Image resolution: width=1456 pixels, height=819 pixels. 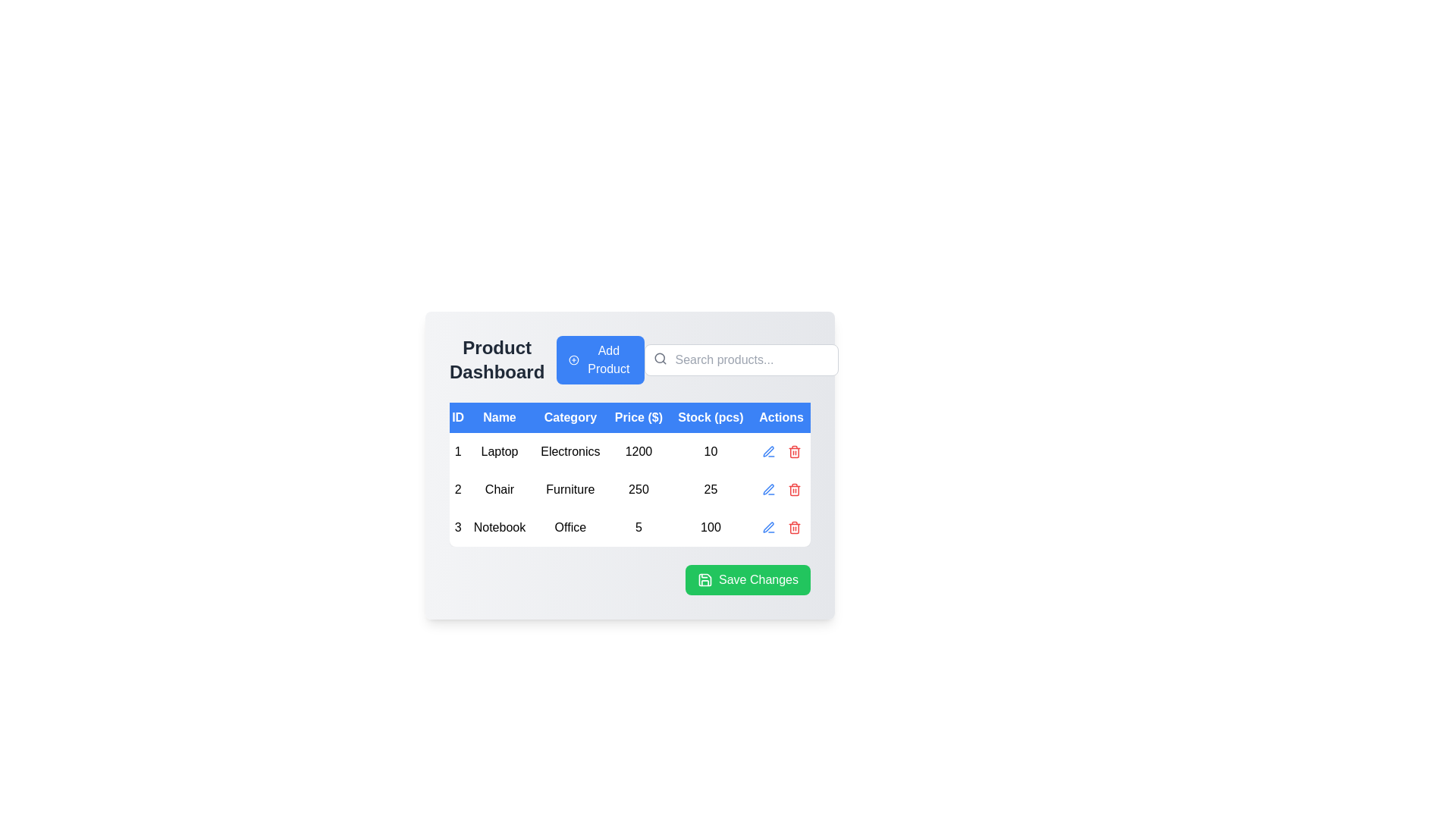 I want to click on the red trash icon button located in the 'Actions' column of the first row in the product table, so click(x=793, y=451).